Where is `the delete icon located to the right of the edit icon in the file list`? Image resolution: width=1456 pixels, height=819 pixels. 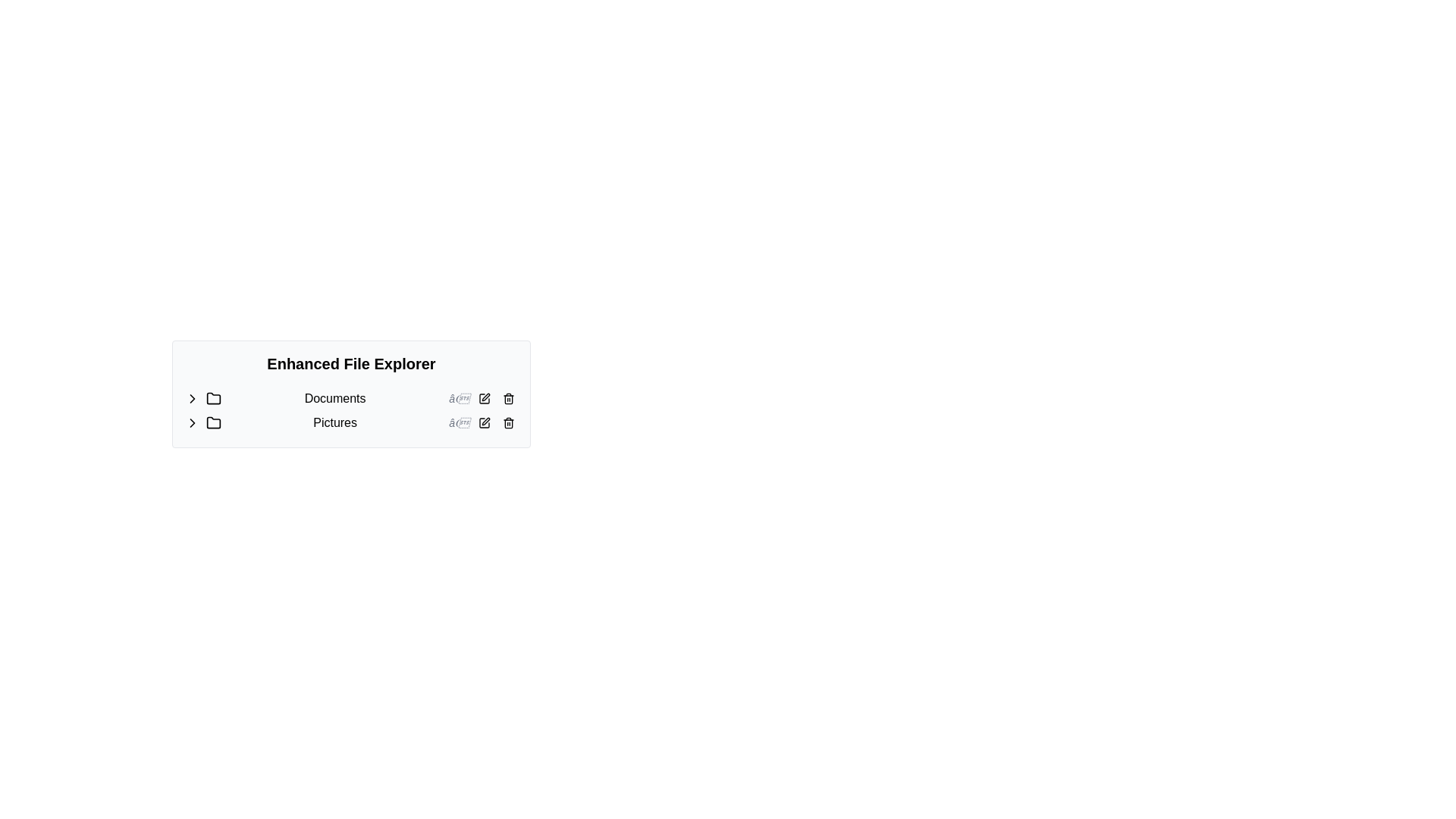
the delete icon located to the right of the edit icon in the file list is located at coordinates (509, 397).